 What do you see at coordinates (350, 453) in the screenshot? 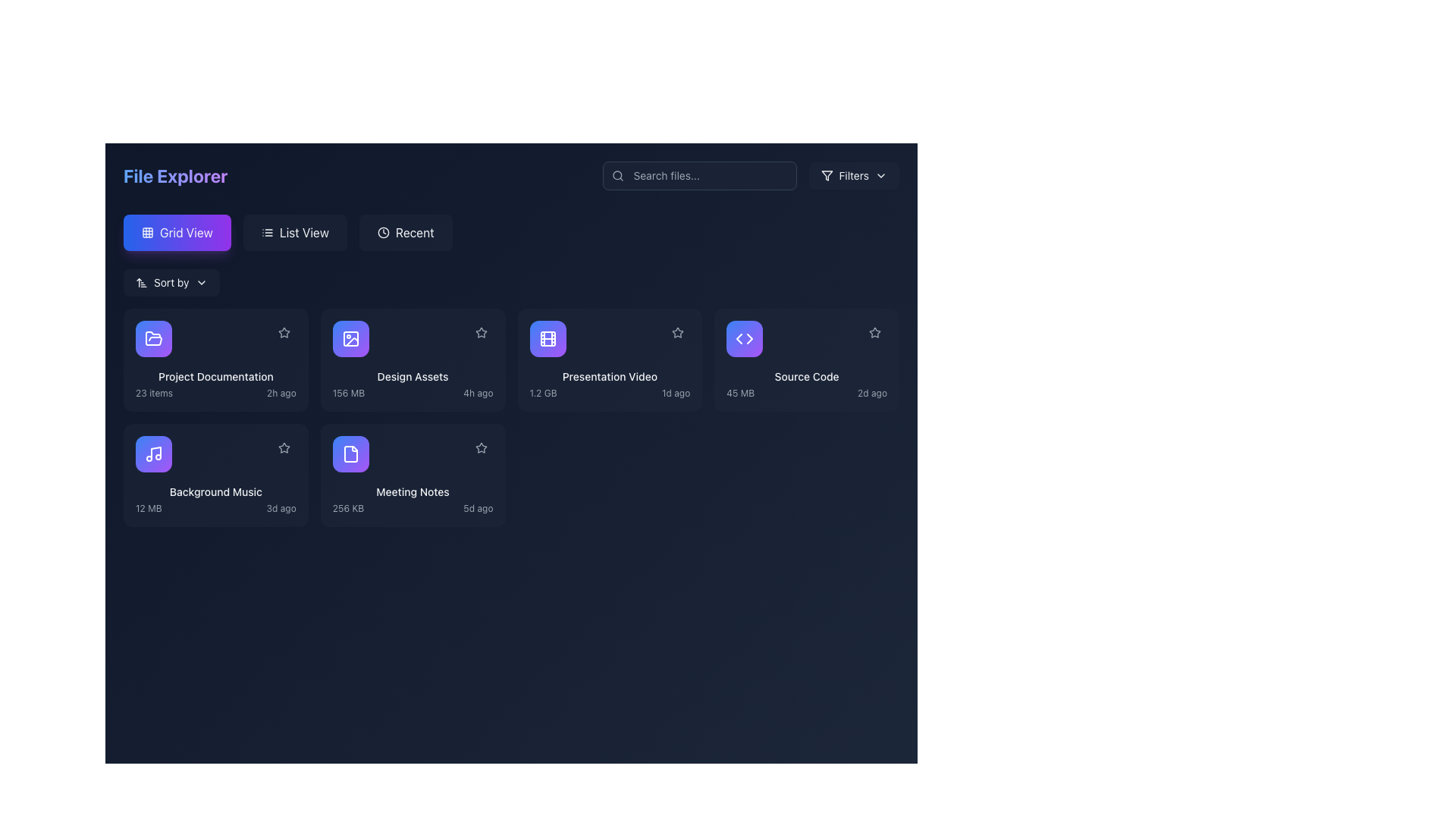
I see `the document icon representing the file 'Meeting Notes' located in the second row and second column of the 'File Explorer' grid view layout` at bounding box center [350, 453].